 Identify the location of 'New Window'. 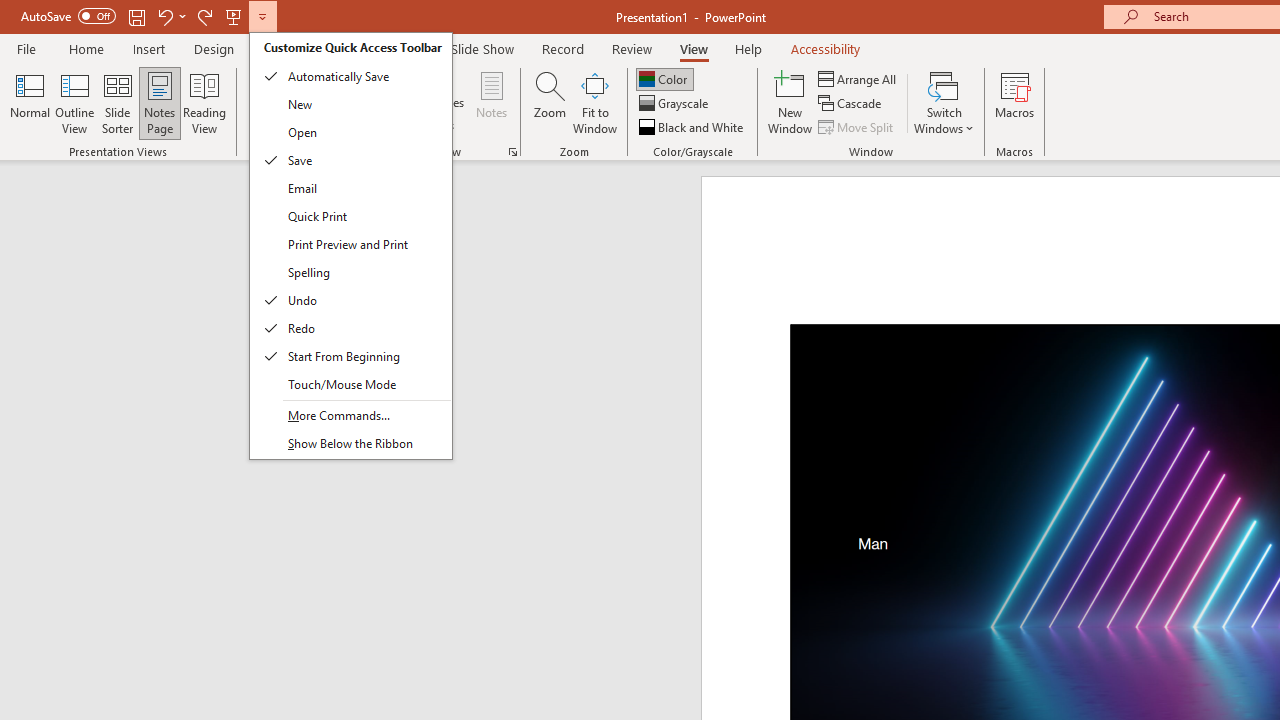
(789, 103).